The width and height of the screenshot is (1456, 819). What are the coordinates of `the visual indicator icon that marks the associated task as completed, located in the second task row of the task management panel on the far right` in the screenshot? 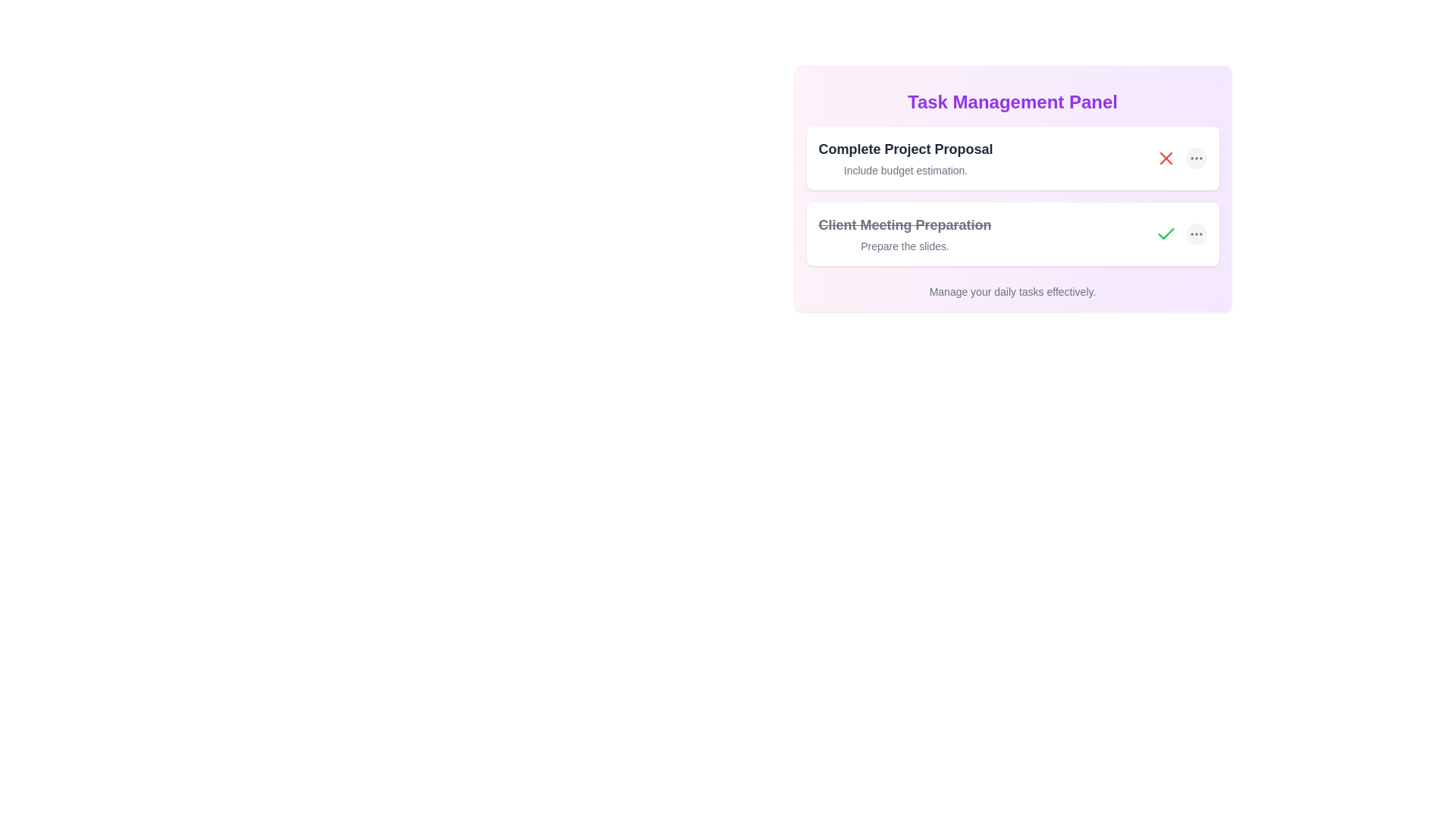 It's located at (1165, 234).